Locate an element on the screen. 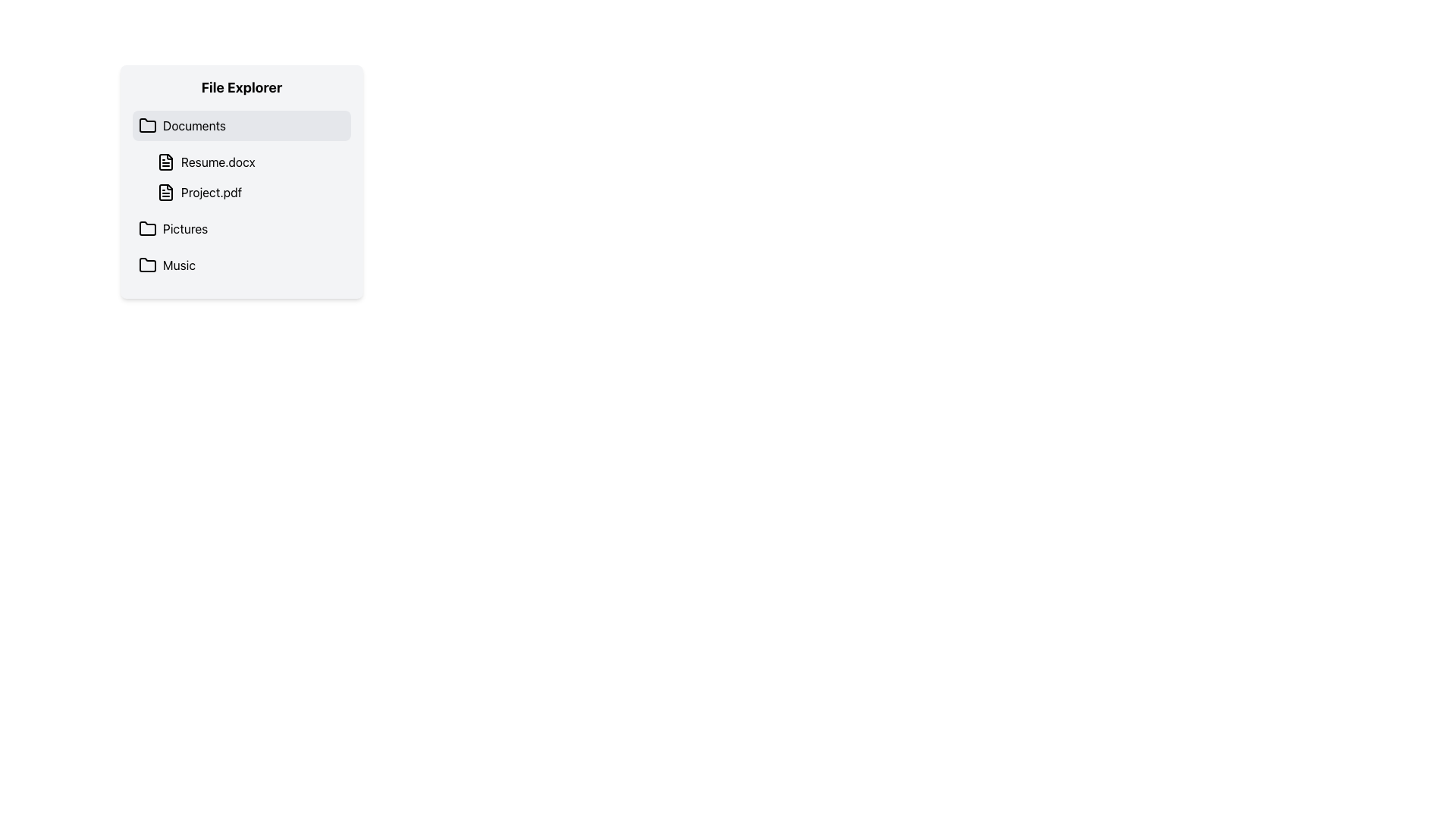 This screenshot has height=819, width=1456. the 'Documents' folder entry is located at coordinates (240, 124).